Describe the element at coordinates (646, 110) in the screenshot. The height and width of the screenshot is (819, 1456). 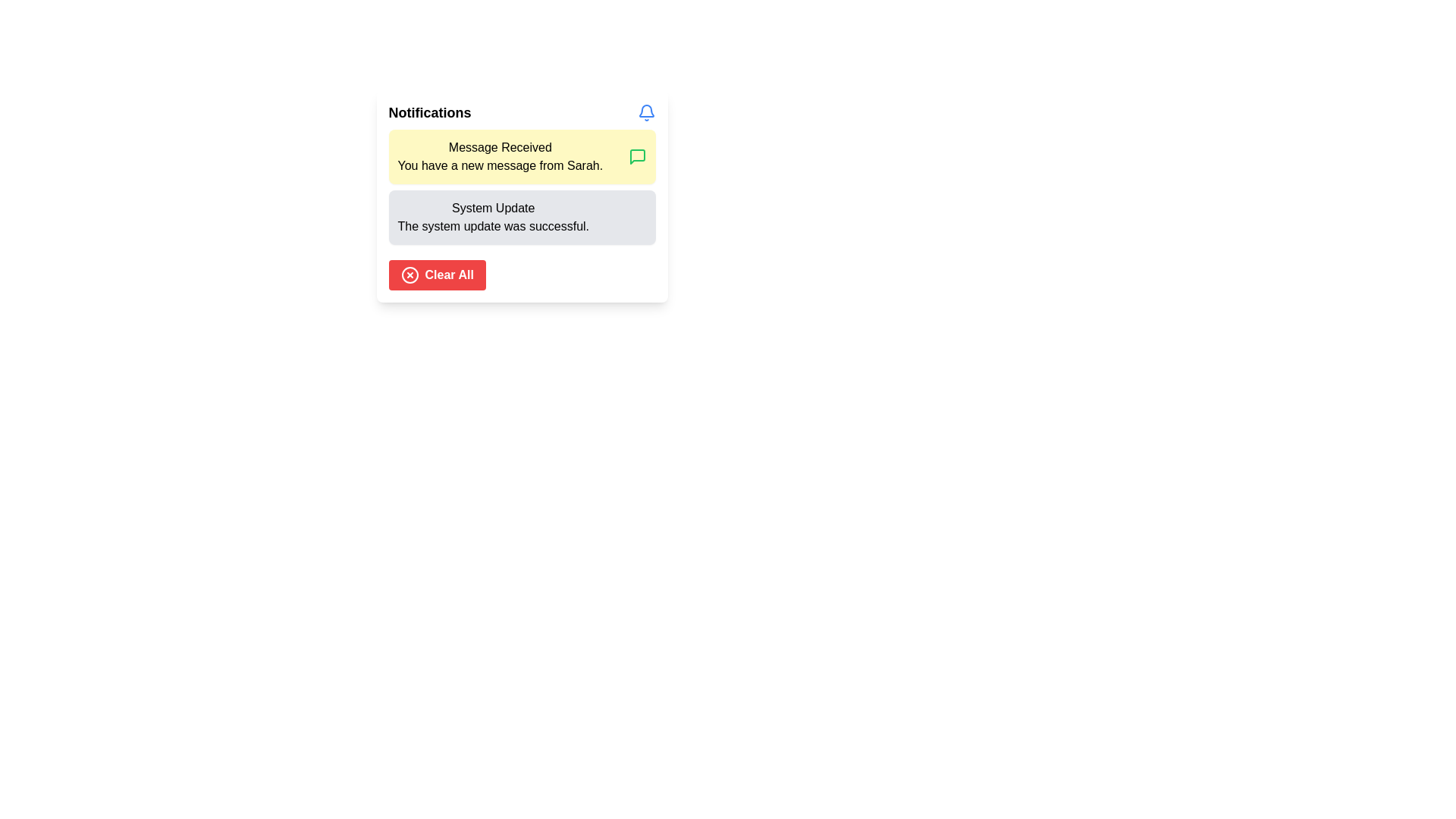
I see `the bell-shaped notification icon located in the top-right corner of the notification panel` at that location.